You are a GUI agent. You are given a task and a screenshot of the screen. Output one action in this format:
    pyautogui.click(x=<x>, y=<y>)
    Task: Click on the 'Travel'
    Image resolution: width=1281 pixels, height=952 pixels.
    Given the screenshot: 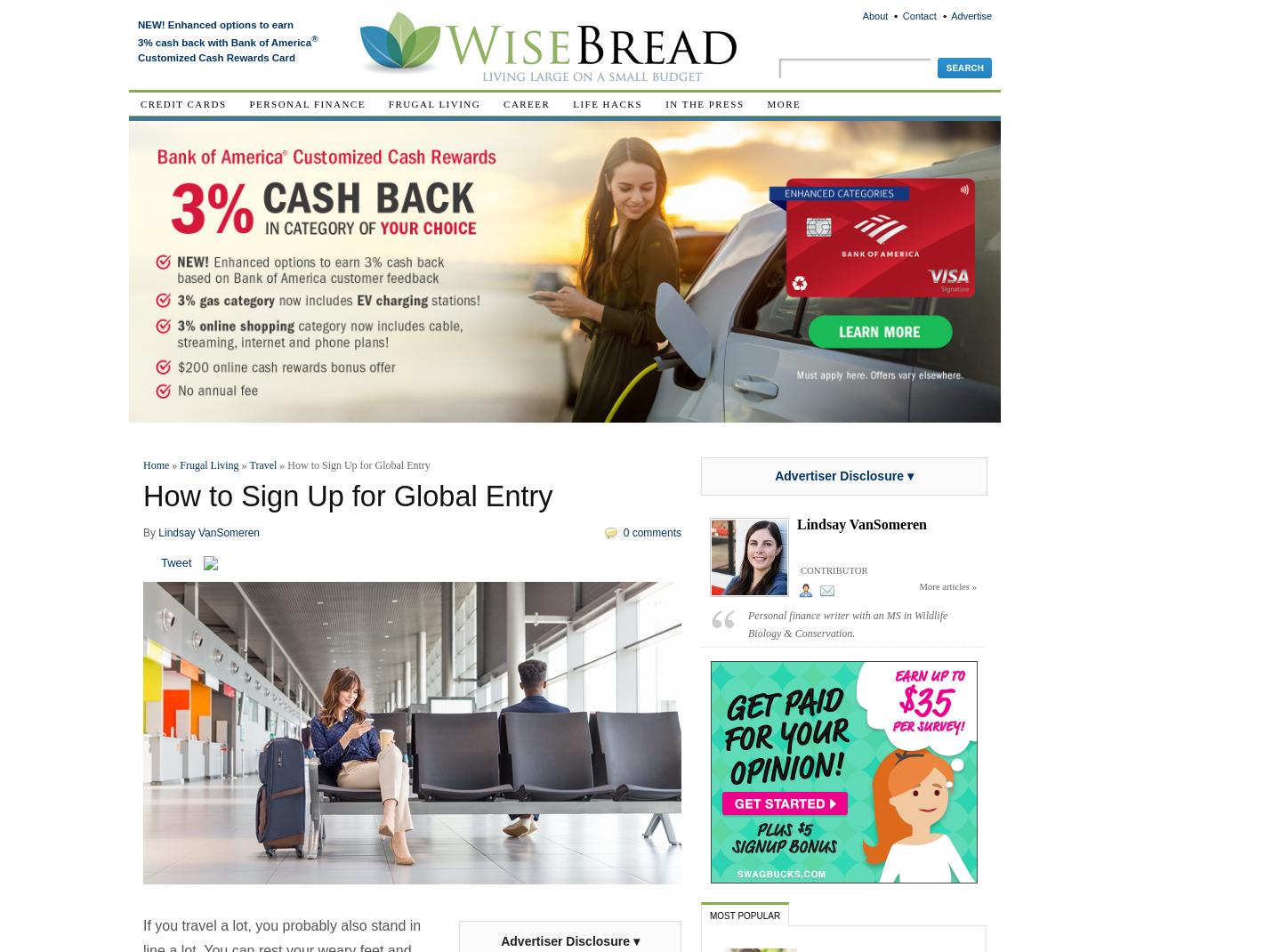 What is the action you would take?
    pyautogui.click(x=262, y=465)
    